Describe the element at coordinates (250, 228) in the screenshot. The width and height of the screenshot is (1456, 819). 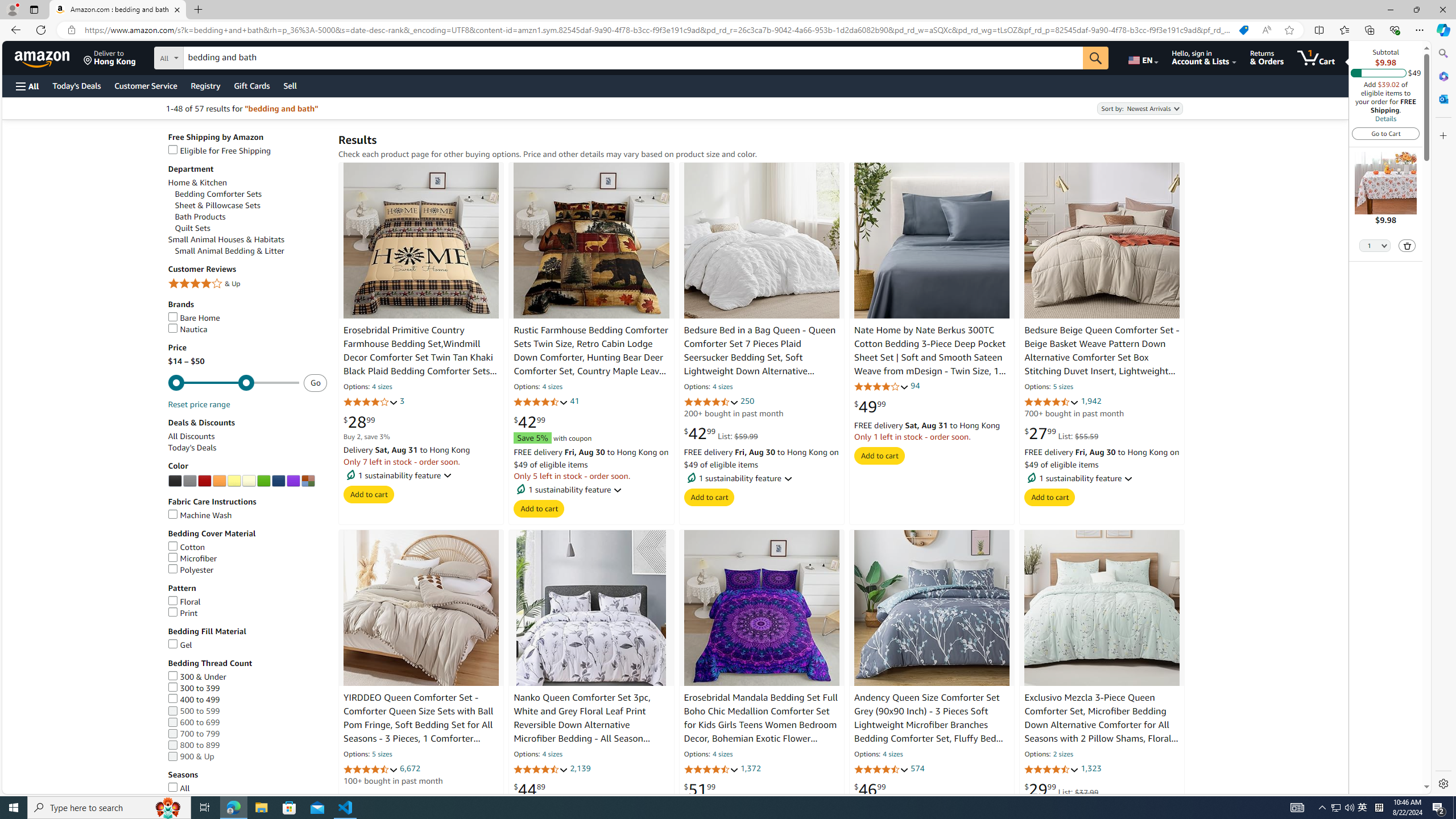
I see `'Quilt Sets'` at that location.